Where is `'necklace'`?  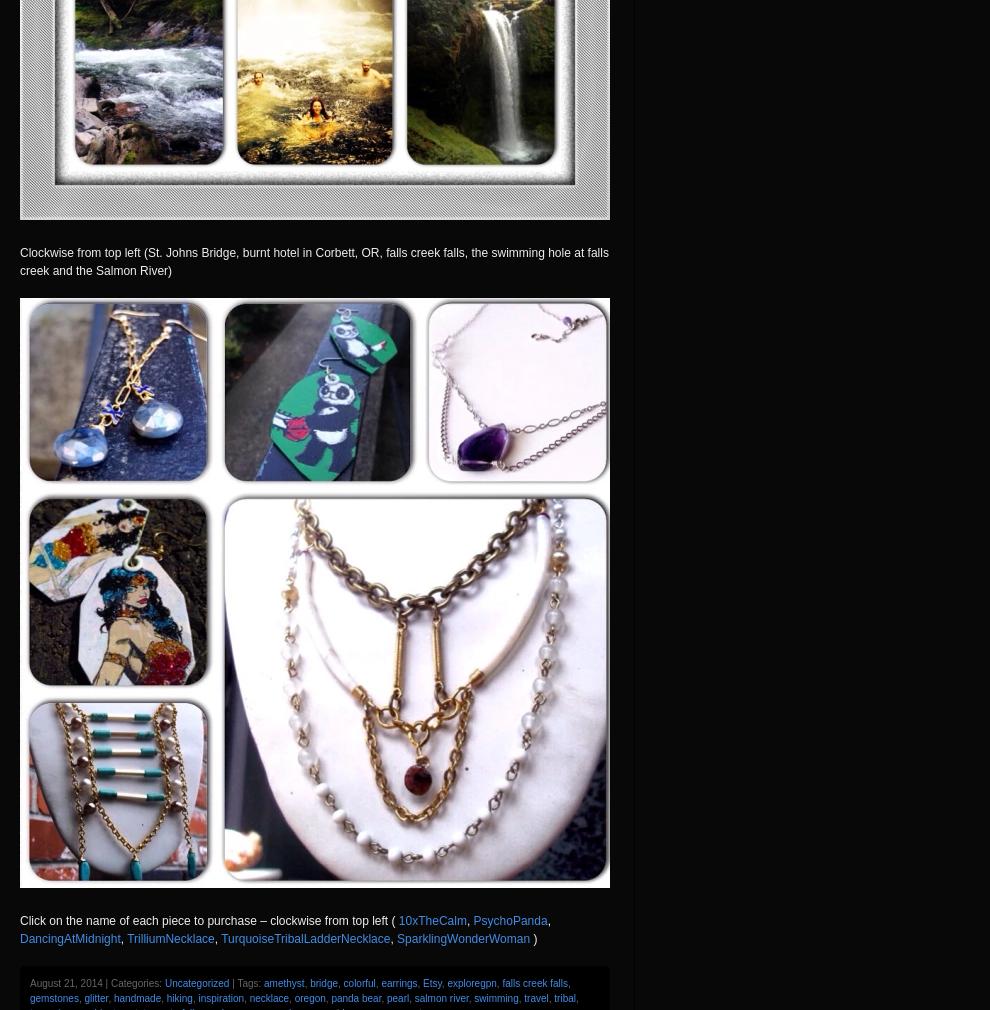 'necklace' is located at coordinates (268, 997).